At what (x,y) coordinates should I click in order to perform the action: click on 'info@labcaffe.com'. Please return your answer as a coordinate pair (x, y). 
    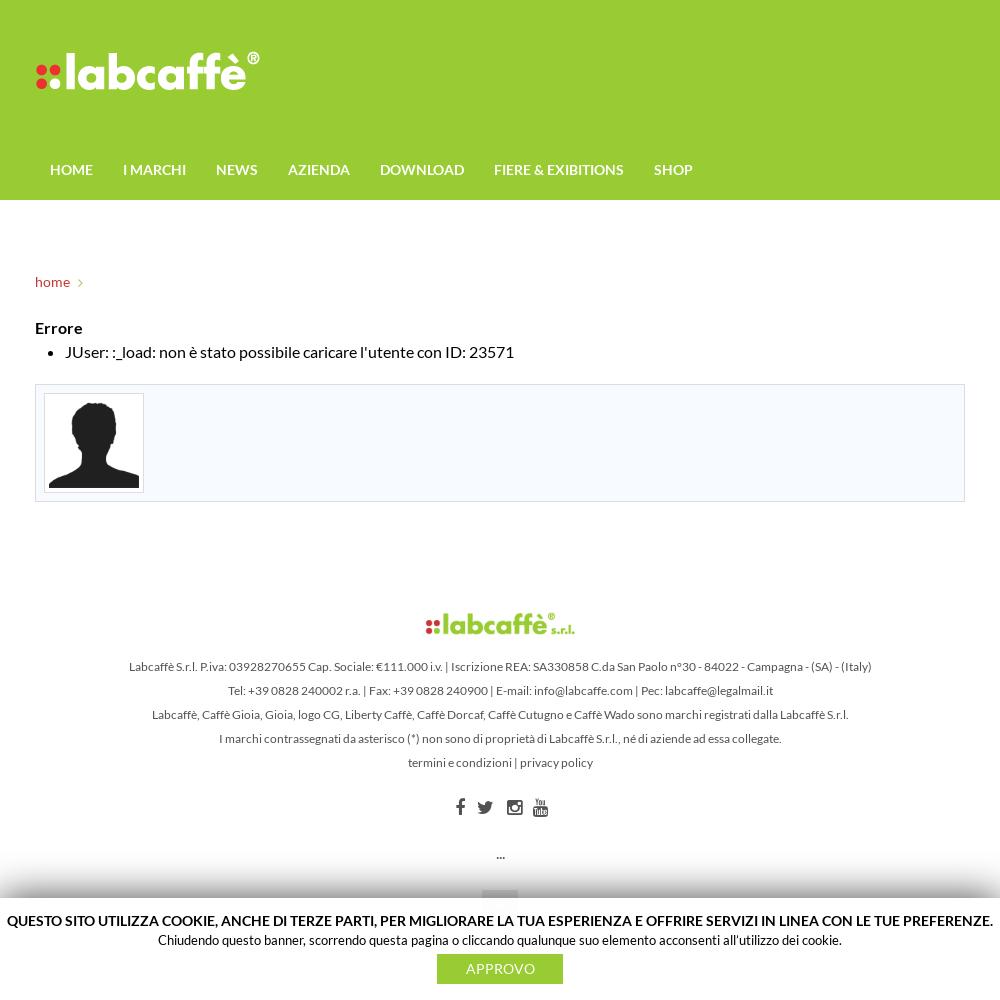
    Looking at the image, I should click on (581, 689).